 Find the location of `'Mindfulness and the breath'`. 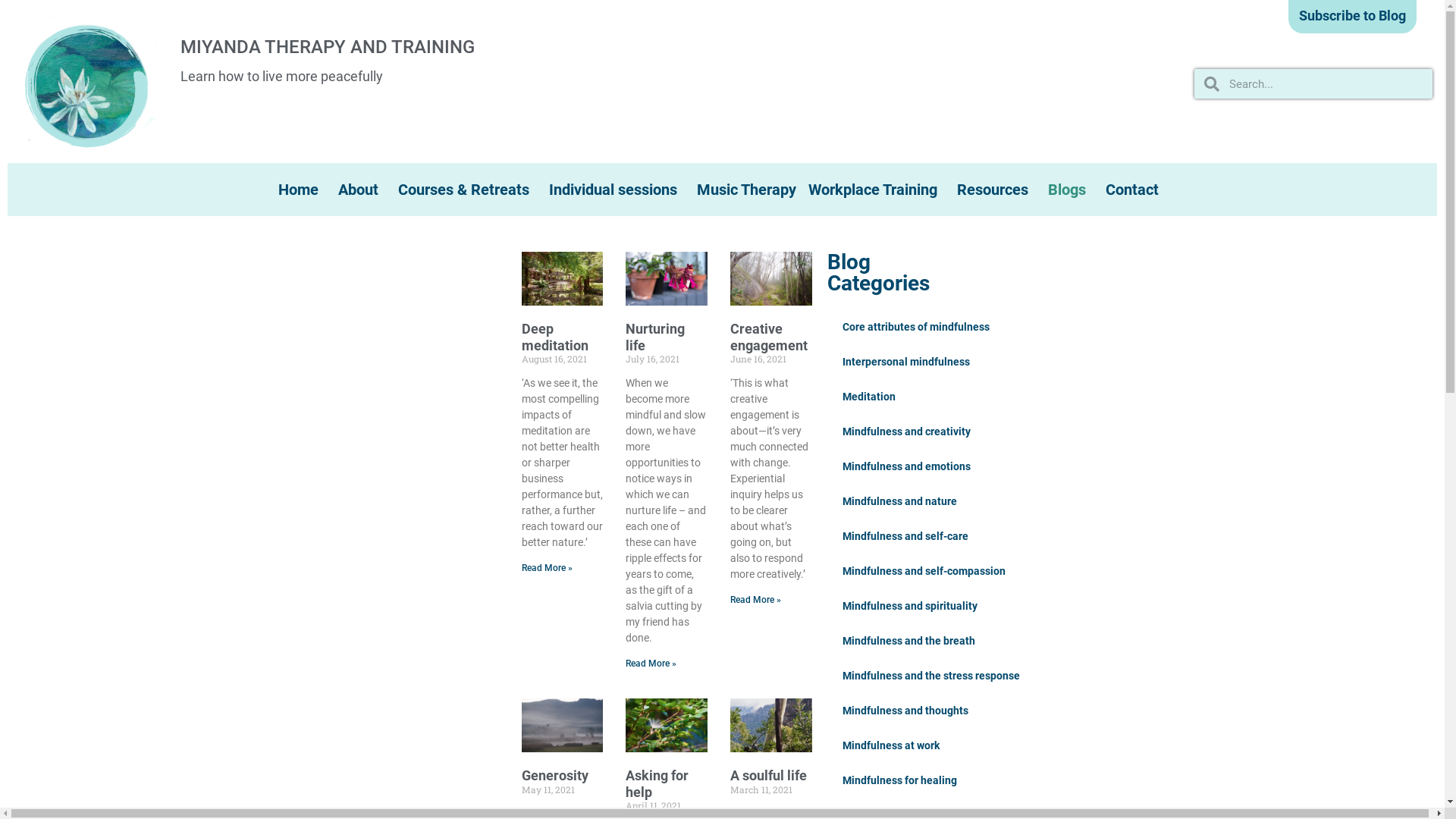

'Mindfulness and the breath' is located at coordinates (908, 640).